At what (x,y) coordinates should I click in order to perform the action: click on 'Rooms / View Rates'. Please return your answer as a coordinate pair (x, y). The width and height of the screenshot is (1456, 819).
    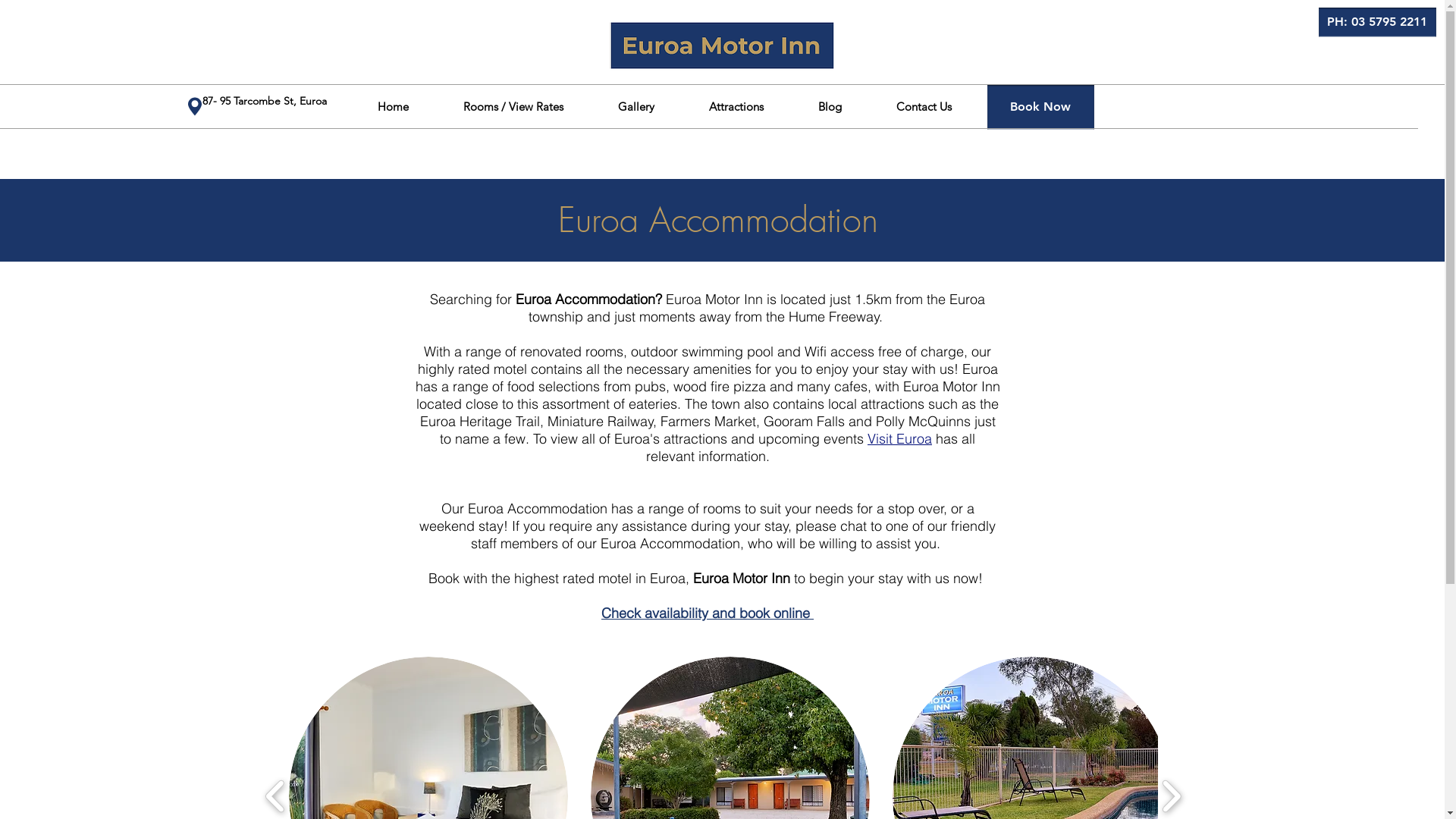
    Looking at the image, I should click on (513, 105).